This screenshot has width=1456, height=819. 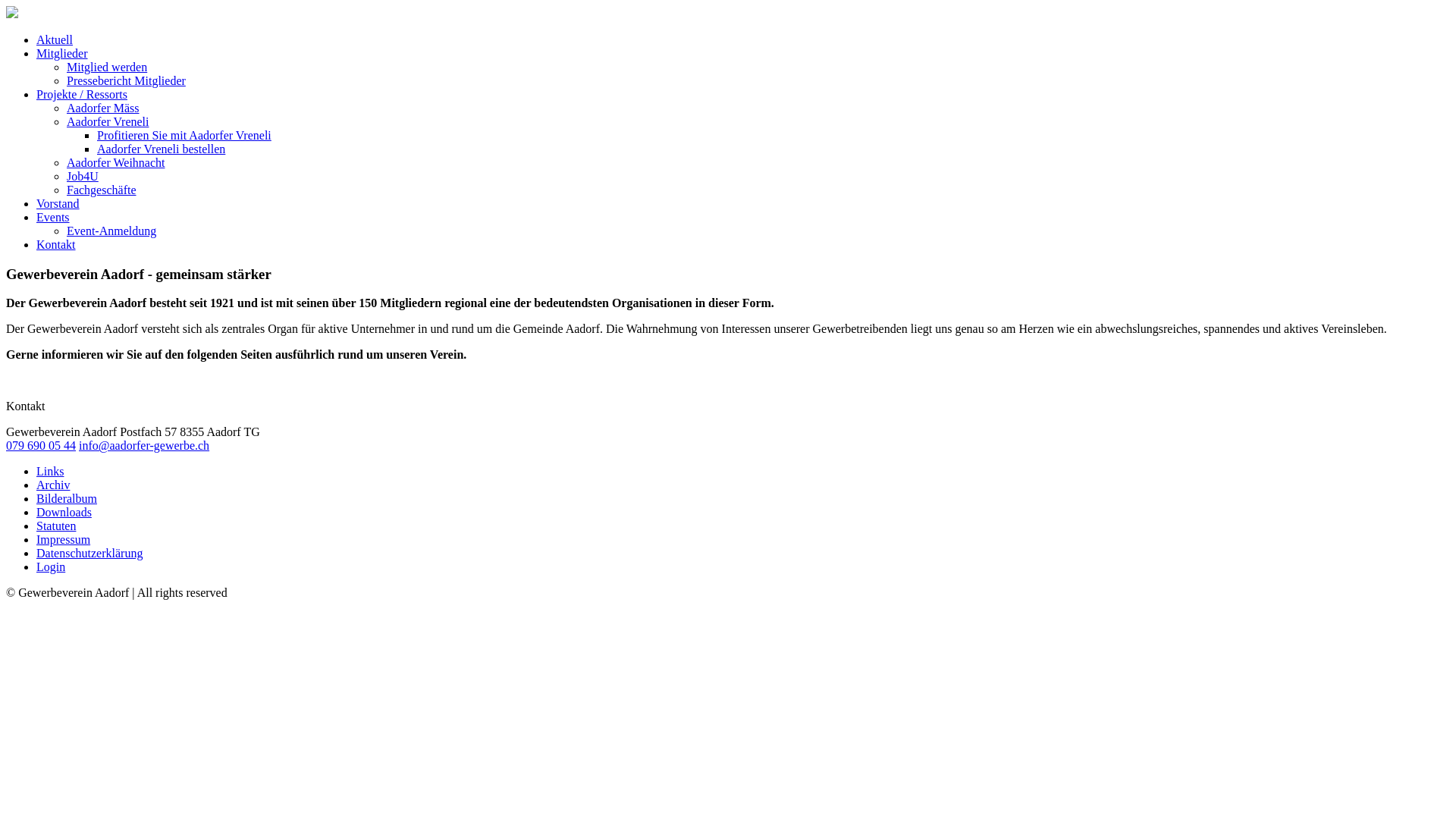 What do you see at coordinates (105, 66) in the screenshot?
I see `'Mitglied werden'` at bounding box center [105, 66].